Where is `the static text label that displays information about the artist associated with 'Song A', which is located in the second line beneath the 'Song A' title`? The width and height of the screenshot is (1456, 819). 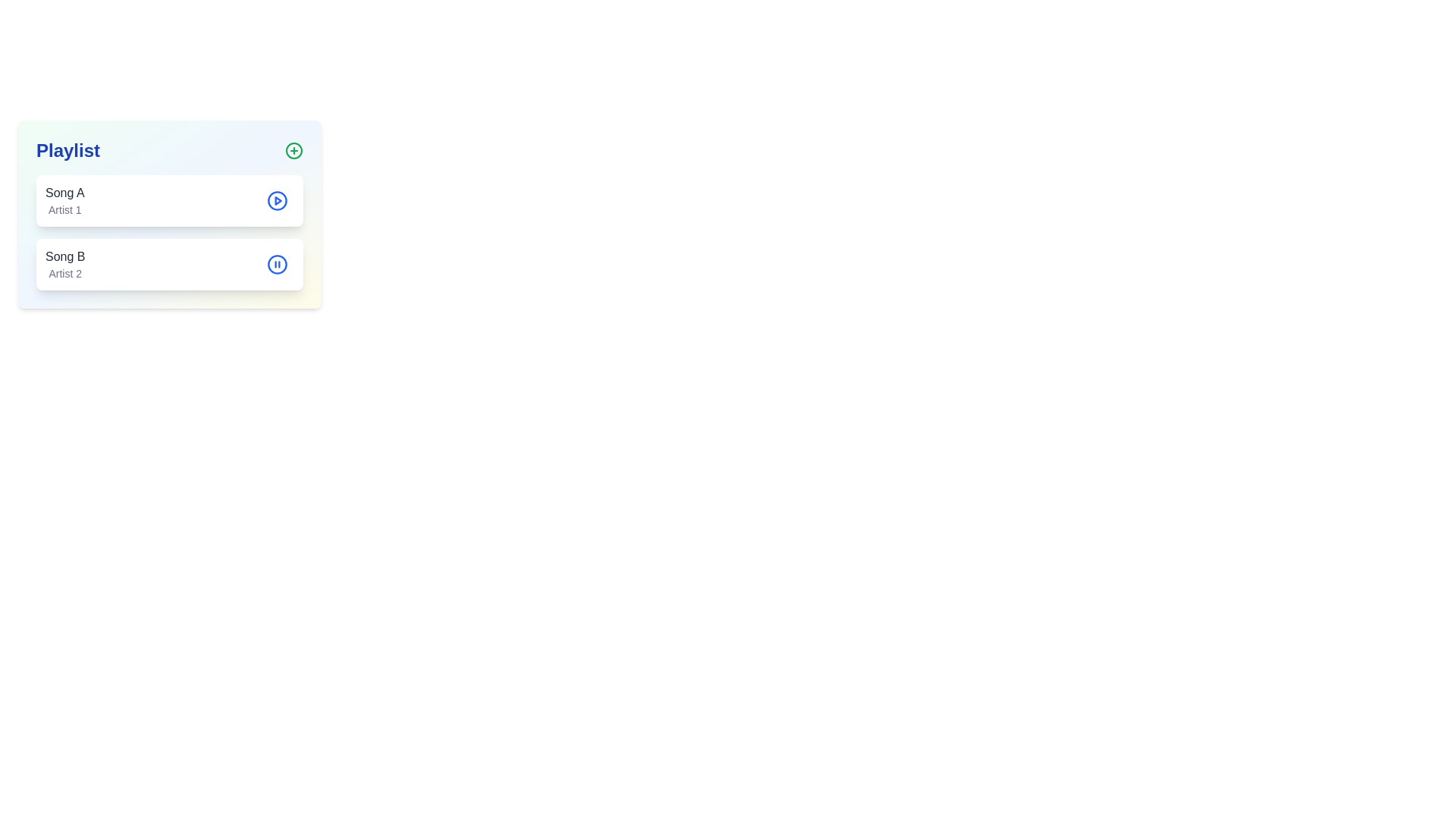 the static text label that displays information about the artist associated with 'Song A', which is located in the second line beneath the 'Song A' title is located at coordinates (64, 210).